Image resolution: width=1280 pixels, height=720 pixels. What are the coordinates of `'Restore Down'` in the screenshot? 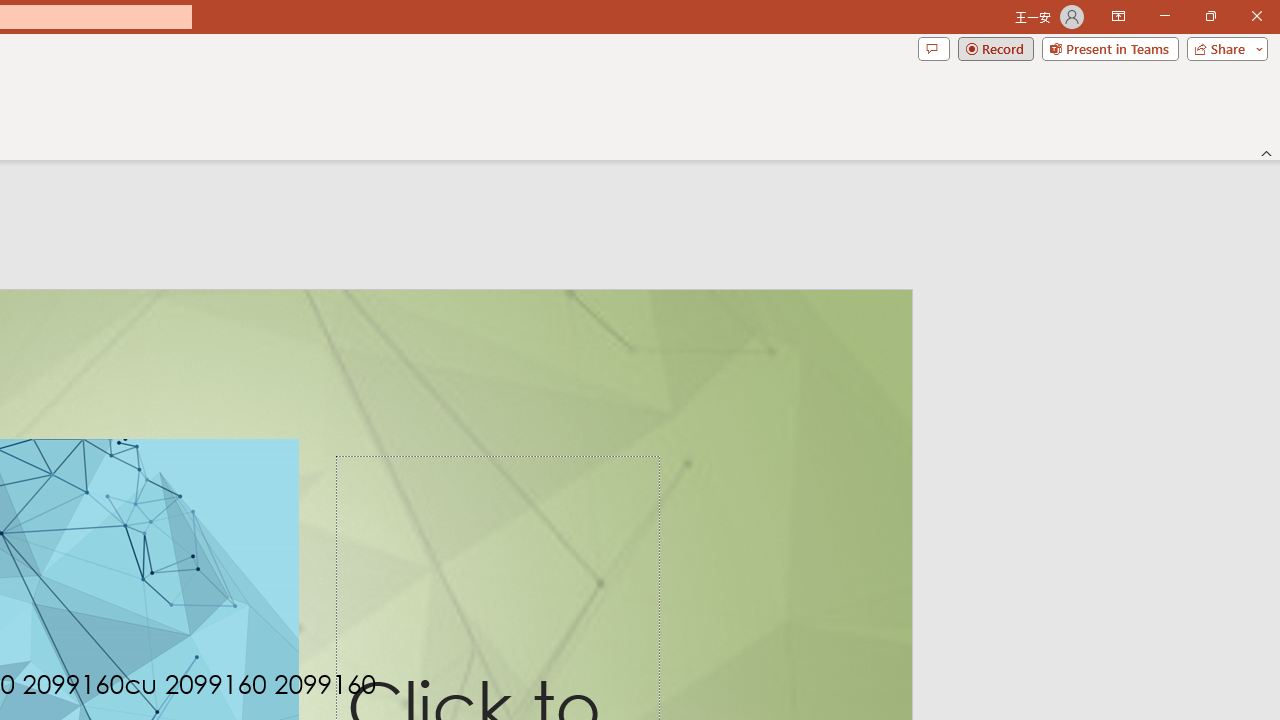 It's located at (1209, 16).